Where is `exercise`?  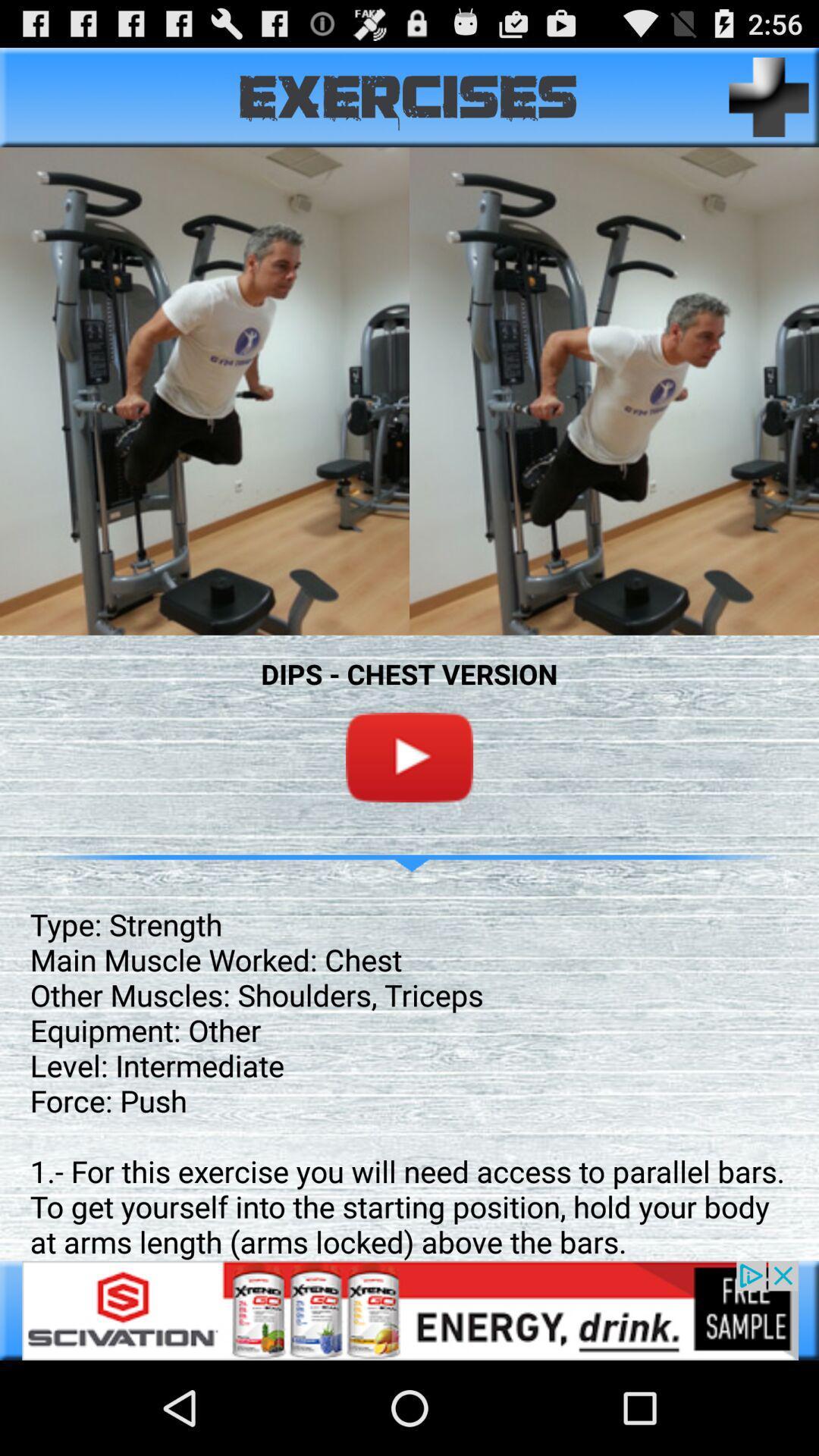
exercise is located at coordinates (769, 96).